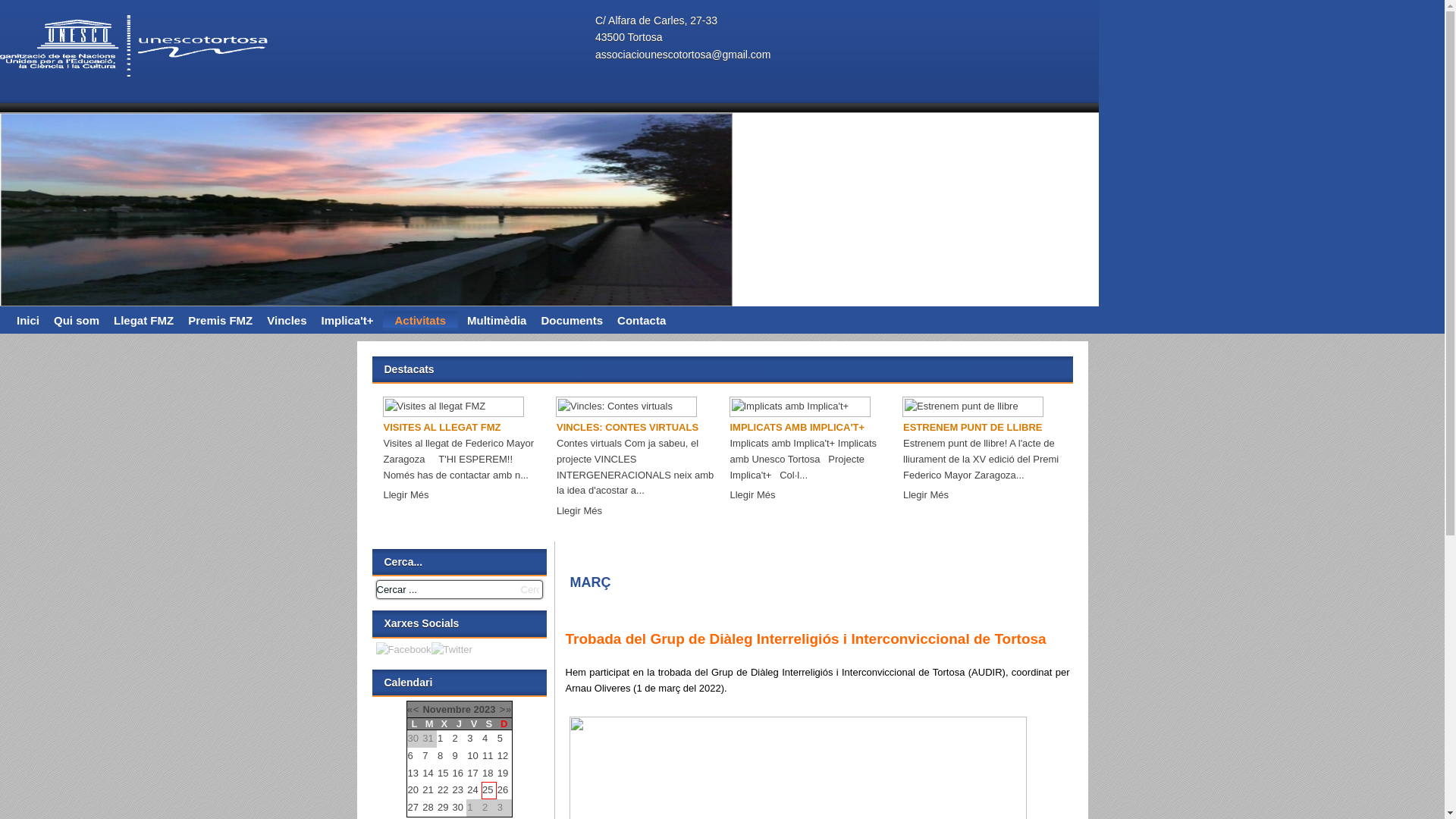 The image size is (1456, 819). Describe the element at coordinates (383, 406) in the screenshot. I see `'Visites al llegat FMZ'` at that location.